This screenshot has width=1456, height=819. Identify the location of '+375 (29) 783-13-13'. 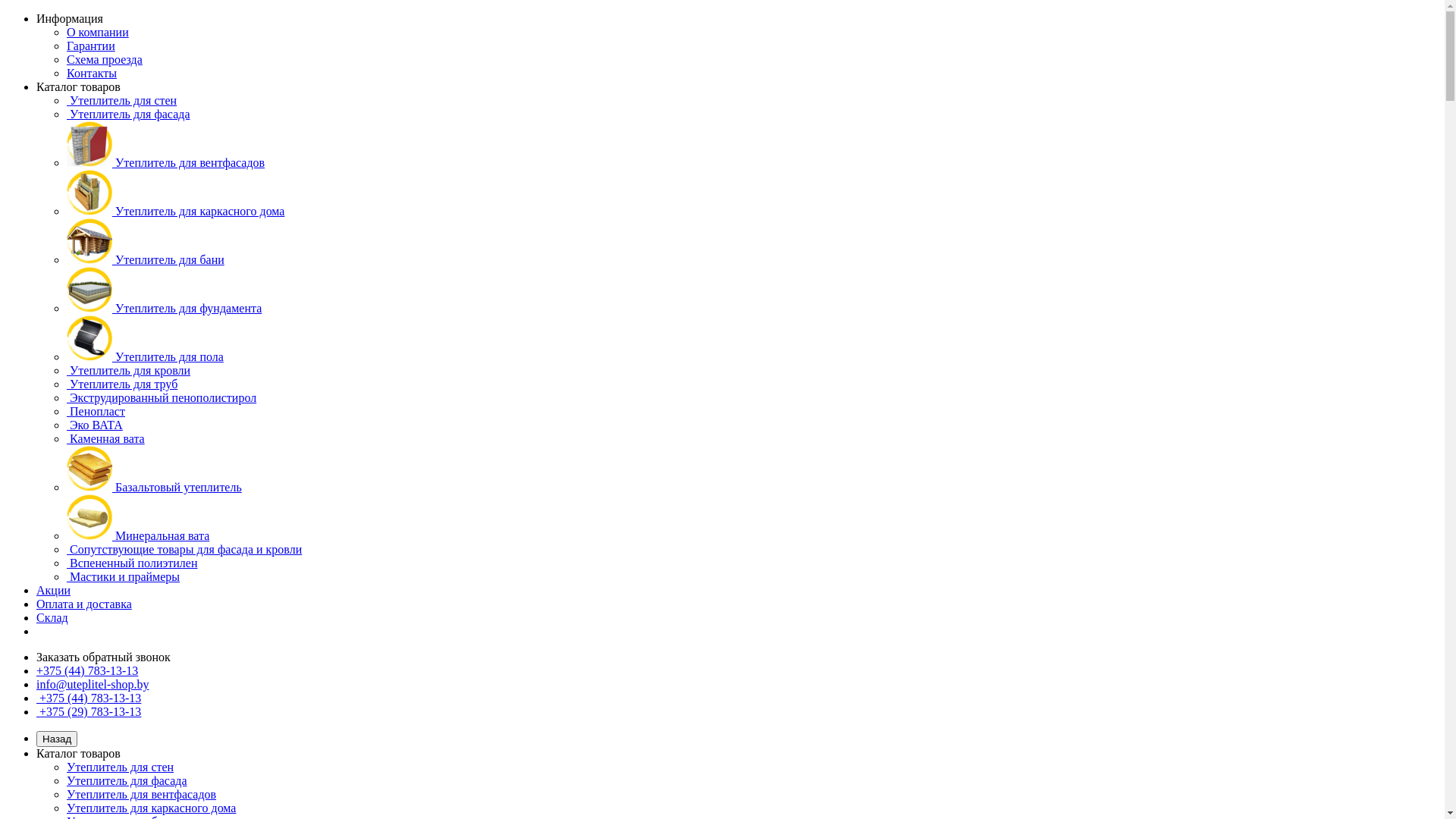
(36, 711).